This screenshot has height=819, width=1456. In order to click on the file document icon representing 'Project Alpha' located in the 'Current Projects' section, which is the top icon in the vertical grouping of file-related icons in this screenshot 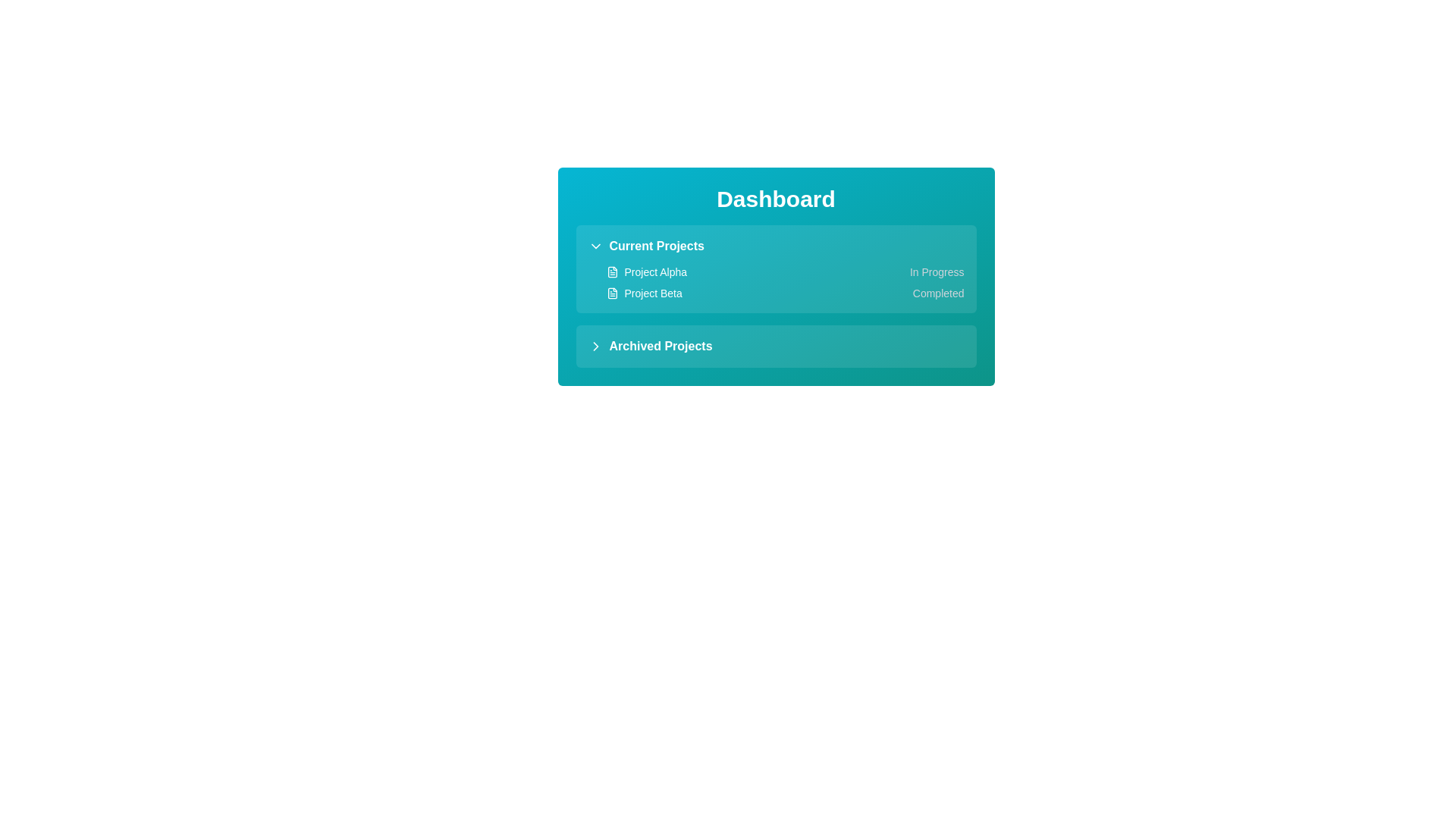, I will do `click(612, 271)`.